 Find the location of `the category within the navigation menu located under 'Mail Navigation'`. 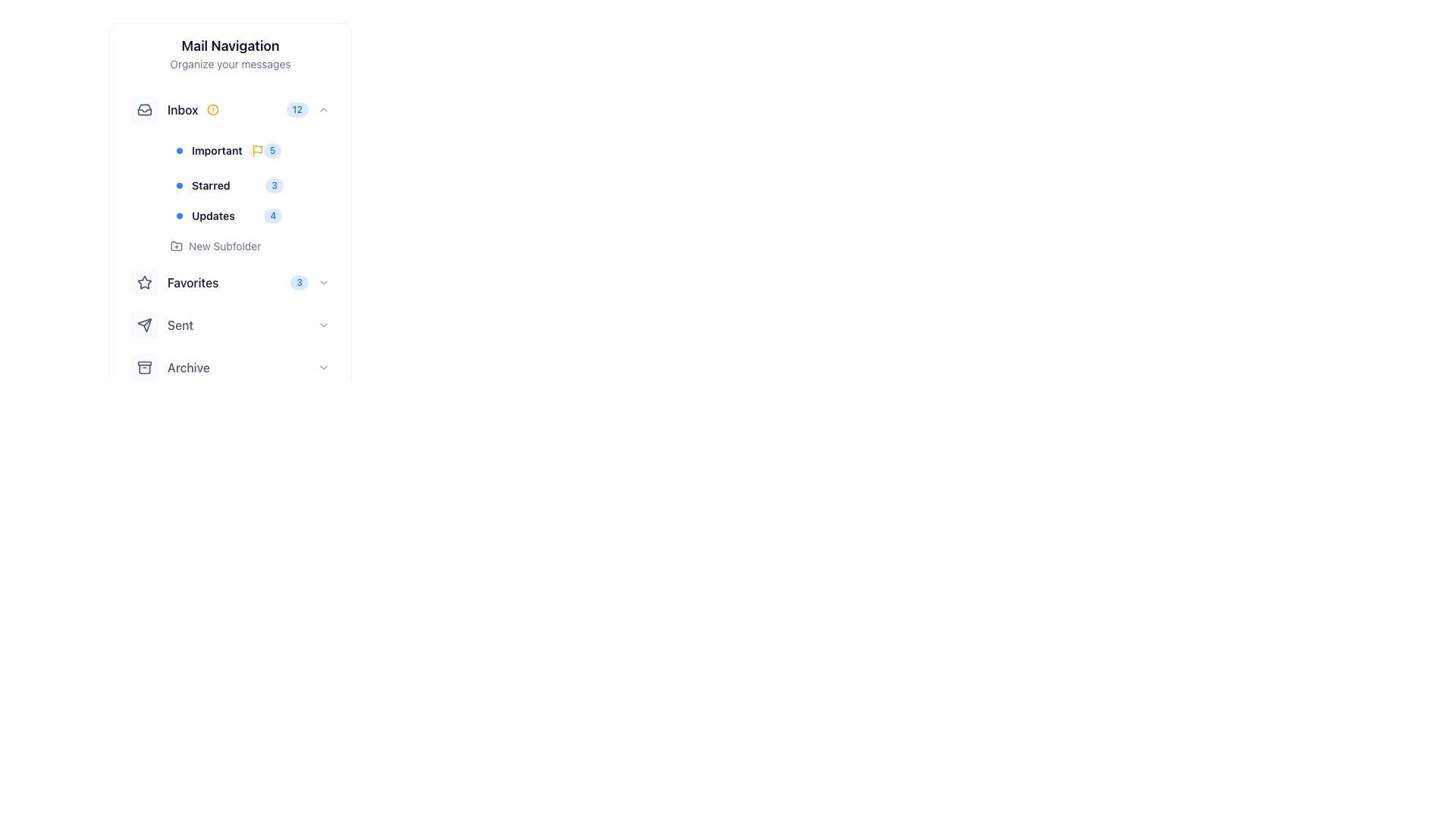

the category within the navigation menu located under 'Mail Navigation' is located at coordinates (229, 174).